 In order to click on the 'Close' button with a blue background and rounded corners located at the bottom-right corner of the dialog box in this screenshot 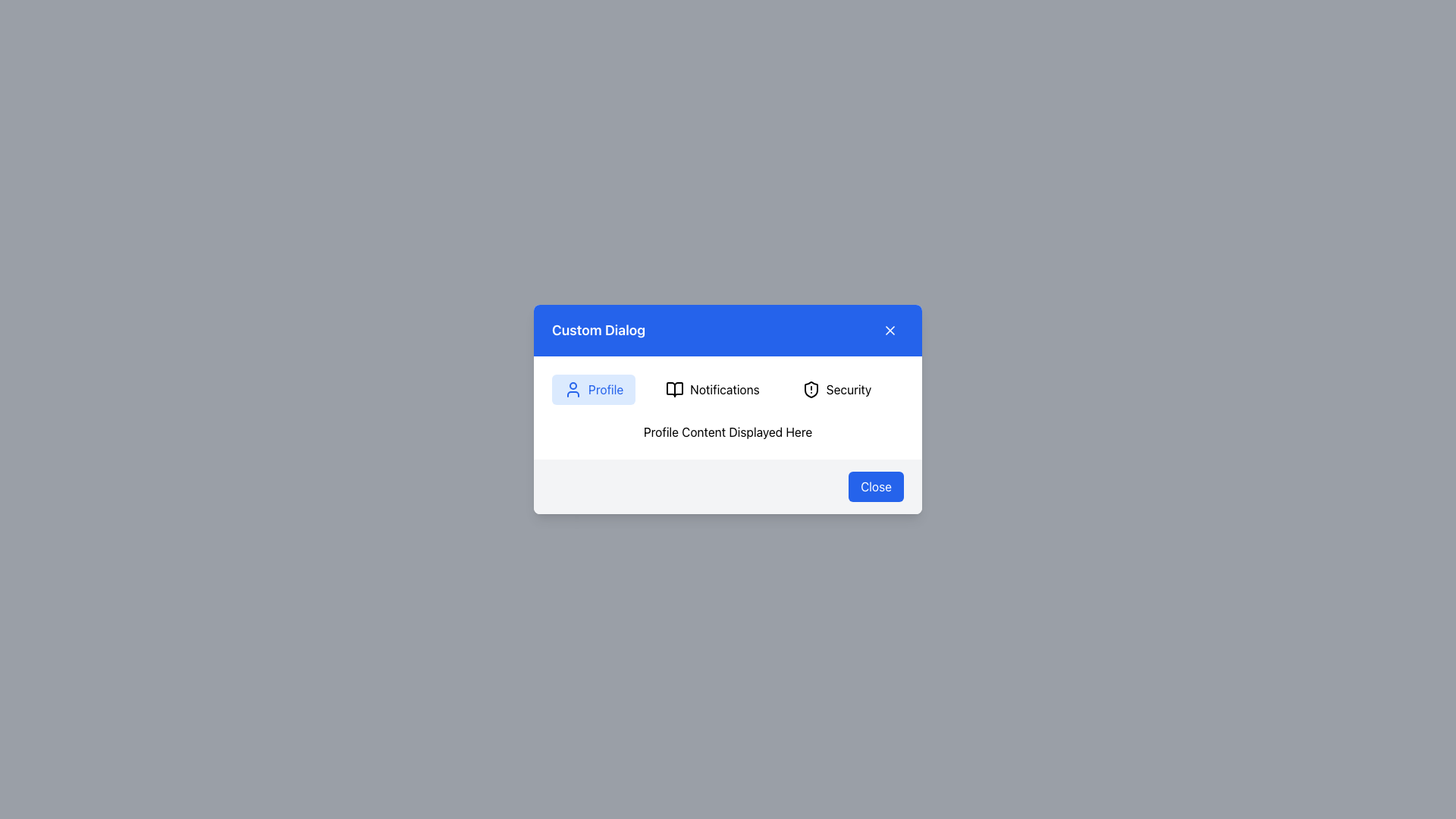, I will do `click(876, 486)`.